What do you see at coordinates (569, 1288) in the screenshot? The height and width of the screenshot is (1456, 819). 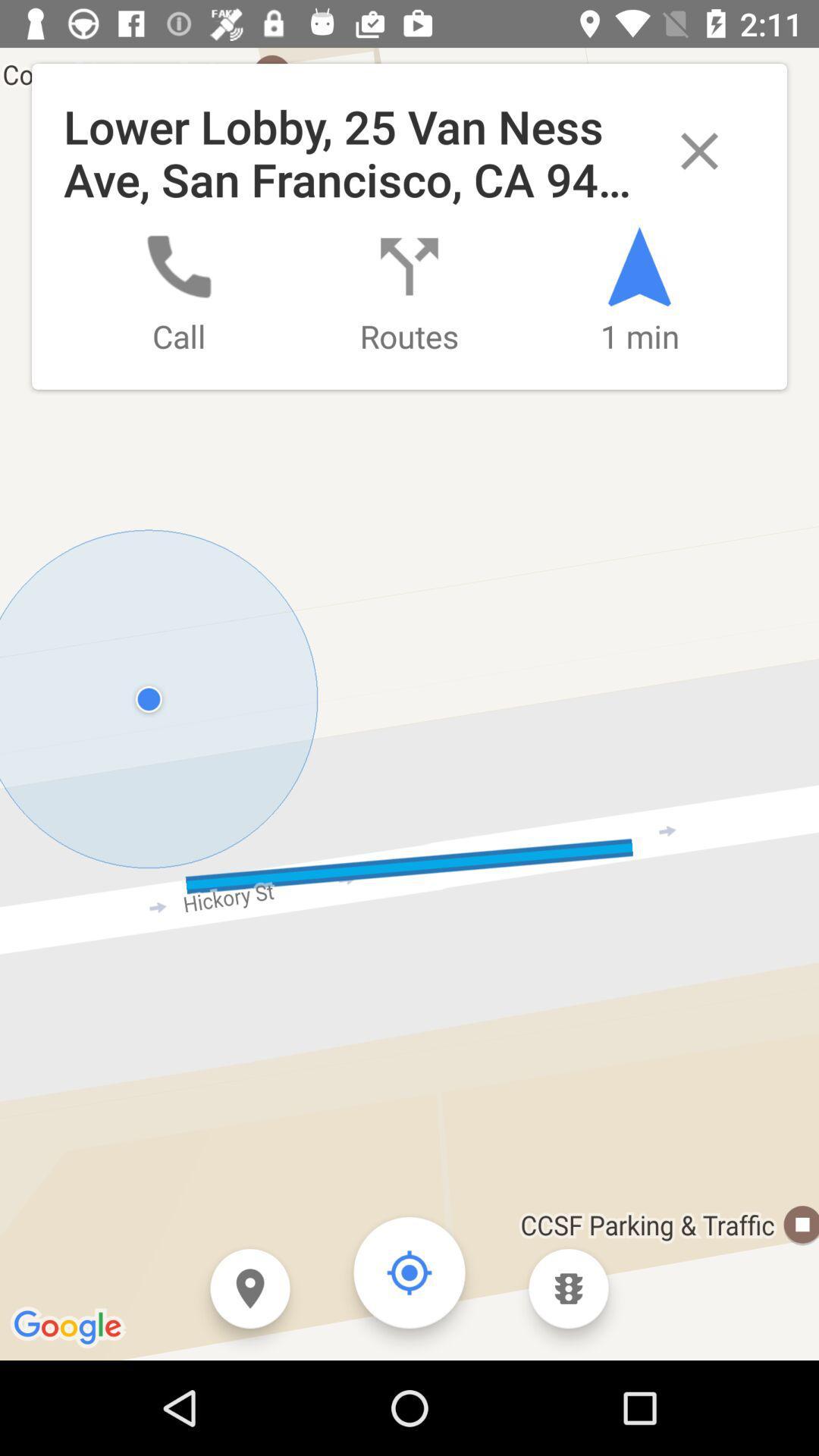 I see `the traffic nearby icon` at bounding box center [569, 1288].